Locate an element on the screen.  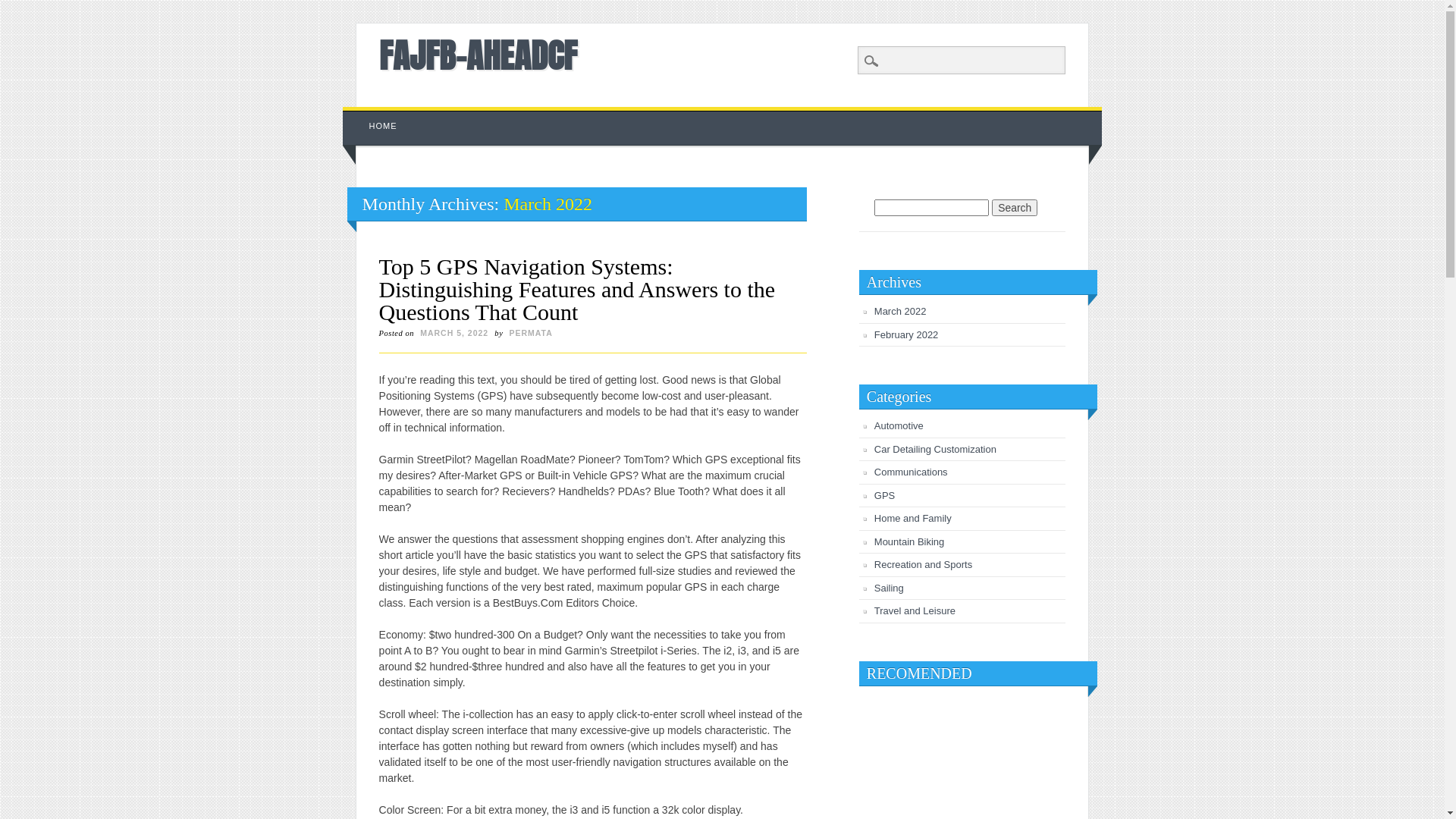
'FAJFB-AHEADCF' is located at coordinates (477, 55).